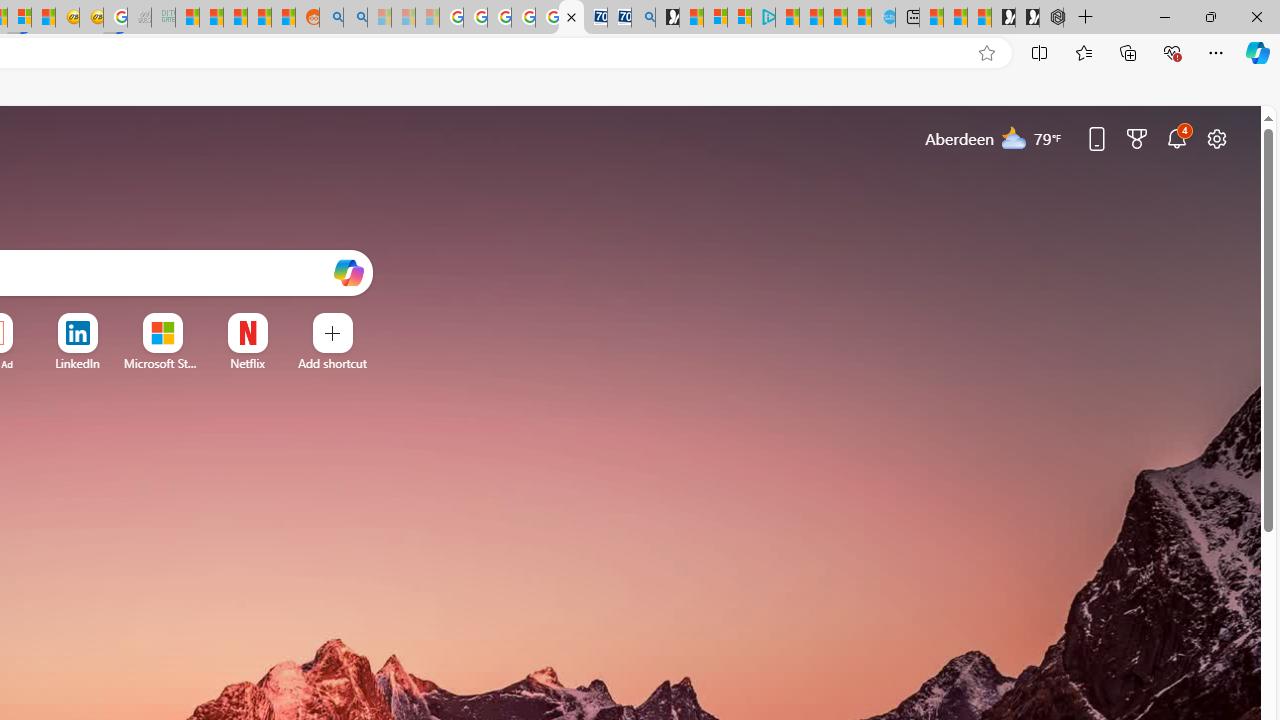 The image size is (1280, 720). Describe the element at coordinates (1014, 136) in the screenshot. I see `'Mostly cloudy'` at that location.